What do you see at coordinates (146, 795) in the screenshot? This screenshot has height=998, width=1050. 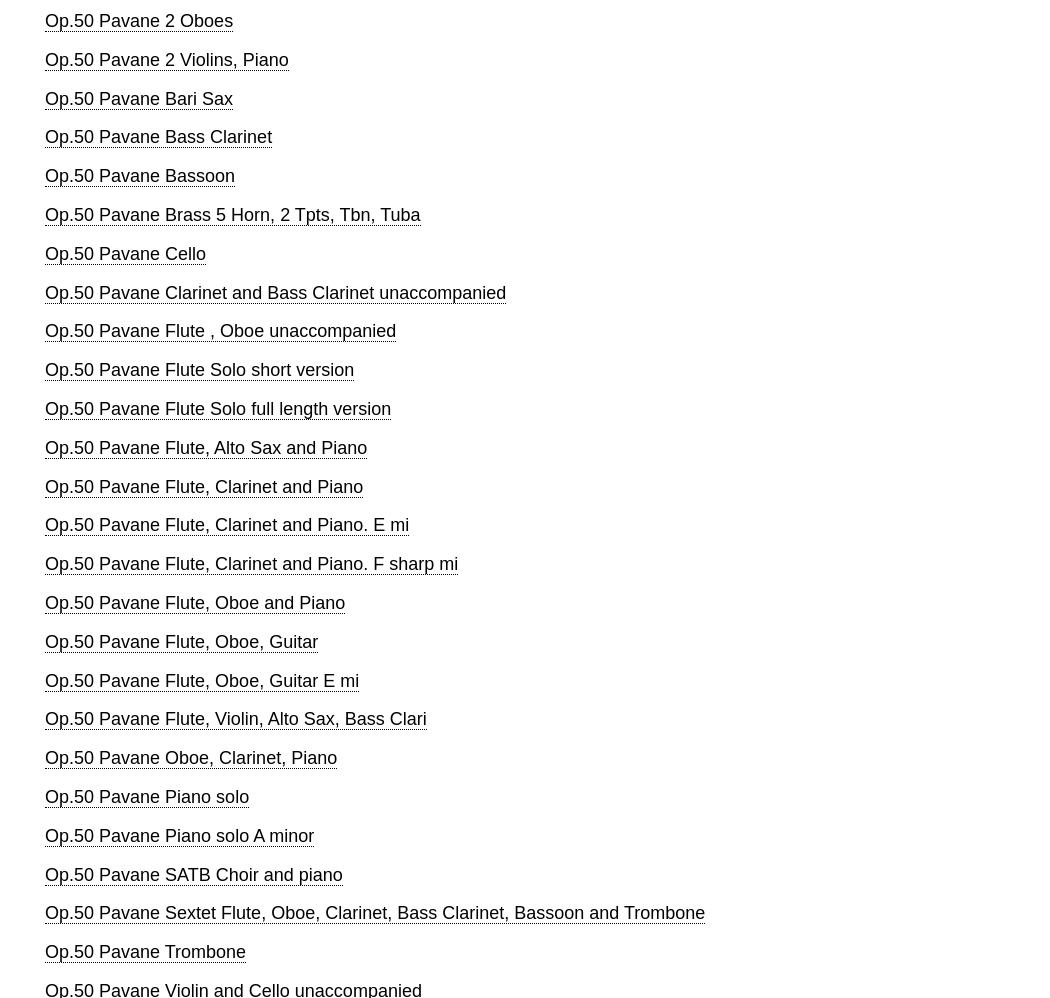 I see `'Op.50  Pavane  Piano solo'` at bounding box center [146, 795].